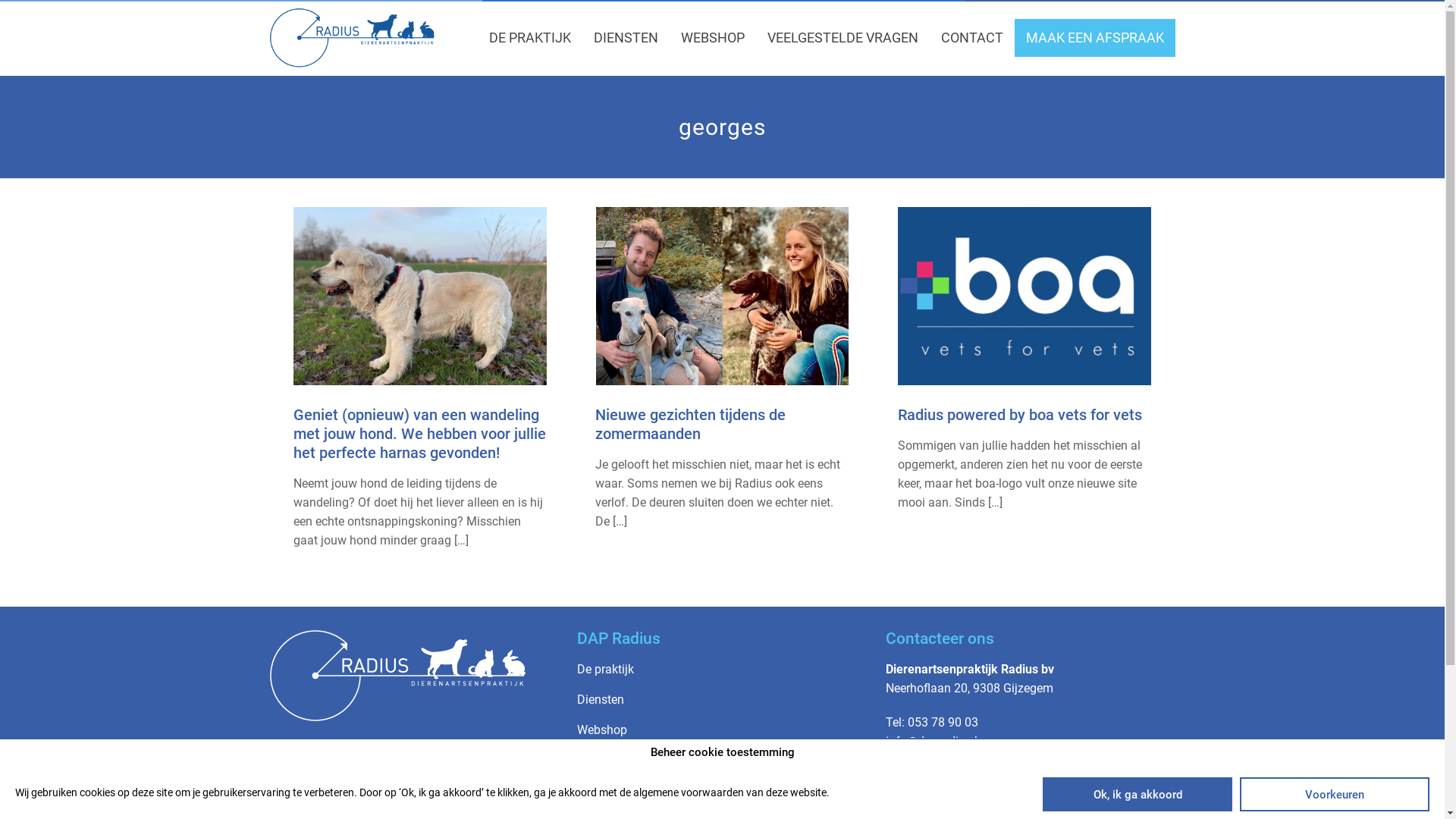 This screenshot has width=1456, height=819. Describe the element at coordinates (935, 740) in the screenshot. I see `'info@dapradius.be'` at that location.